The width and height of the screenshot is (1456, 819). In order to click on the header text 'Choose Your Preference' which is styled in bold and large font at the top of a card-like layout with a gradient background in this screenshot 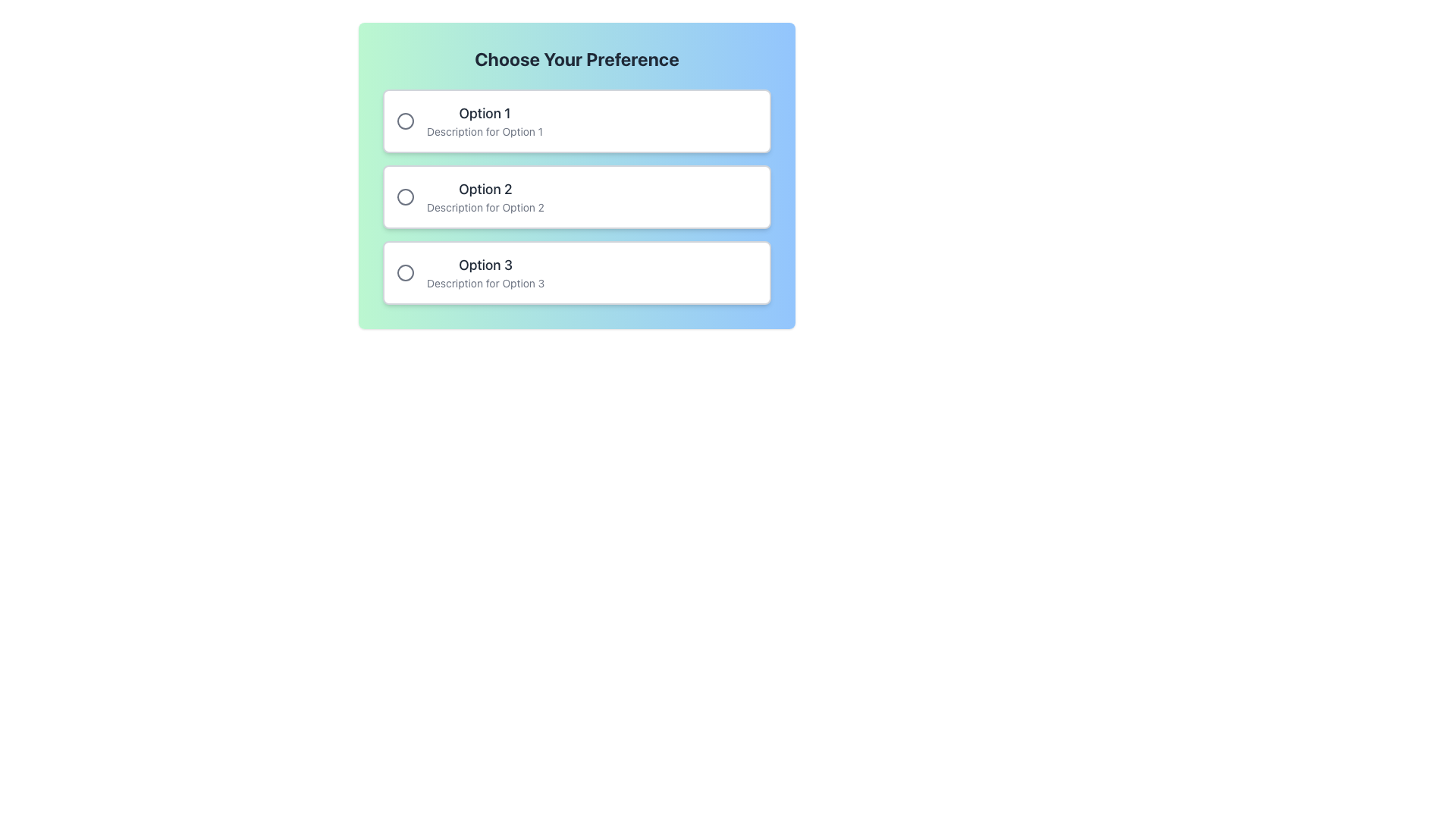, I will do `click(576, 58)`.